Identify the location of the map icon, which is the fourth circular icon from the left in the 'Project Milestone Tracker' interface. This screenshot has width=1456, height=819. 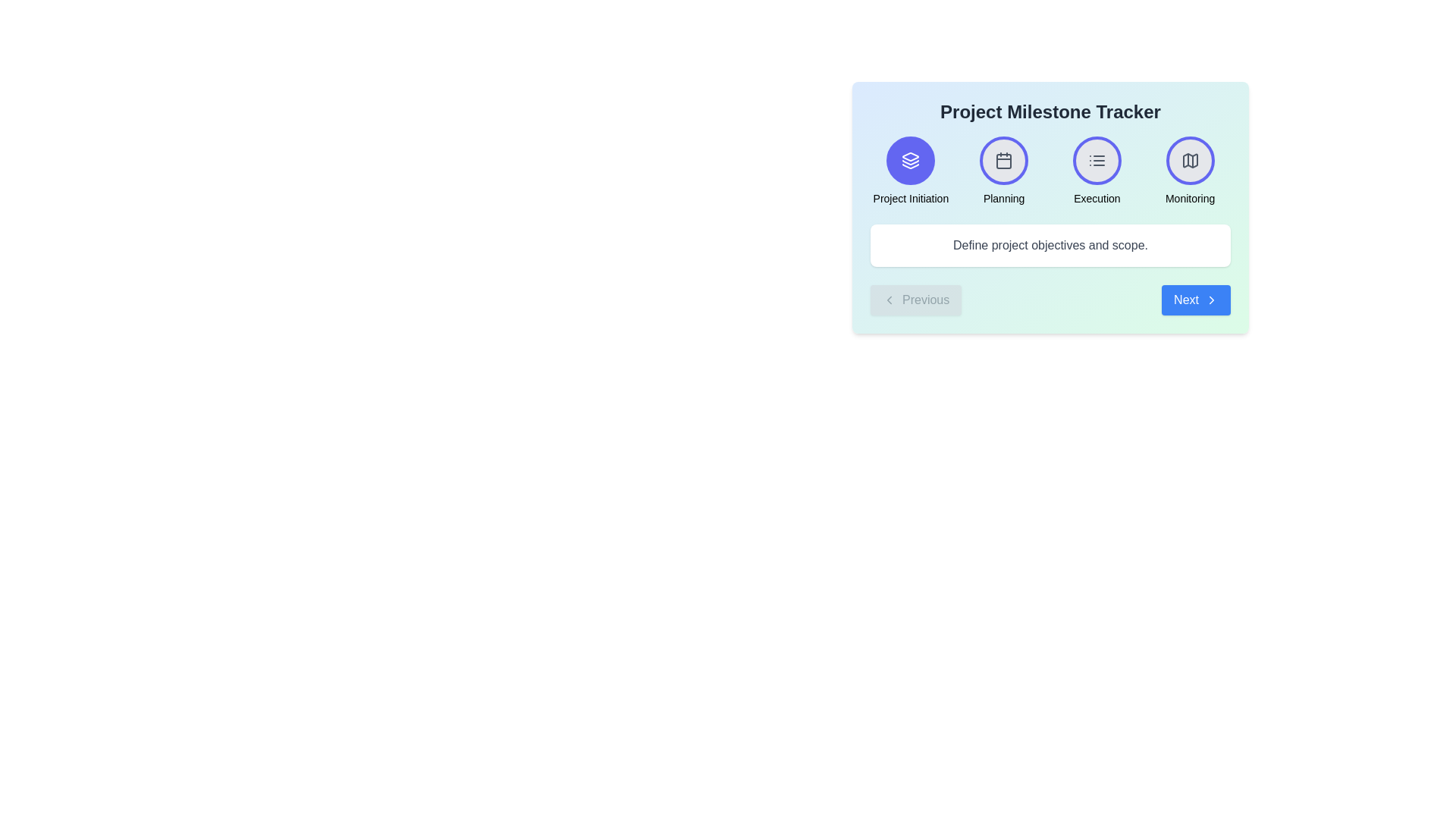
(1189, 161).